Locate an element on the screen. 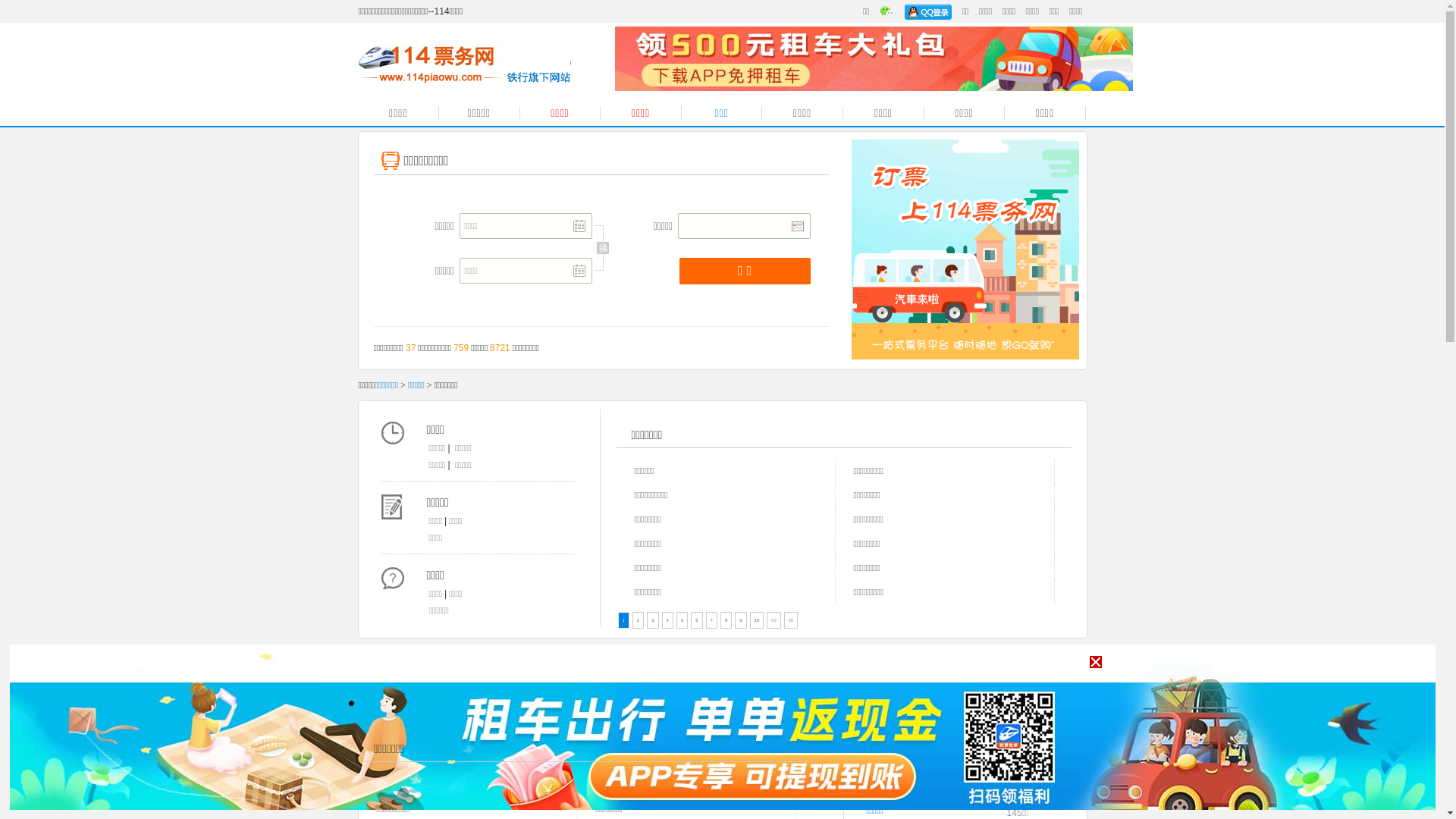  '2' is located at coordinates (632, 620).